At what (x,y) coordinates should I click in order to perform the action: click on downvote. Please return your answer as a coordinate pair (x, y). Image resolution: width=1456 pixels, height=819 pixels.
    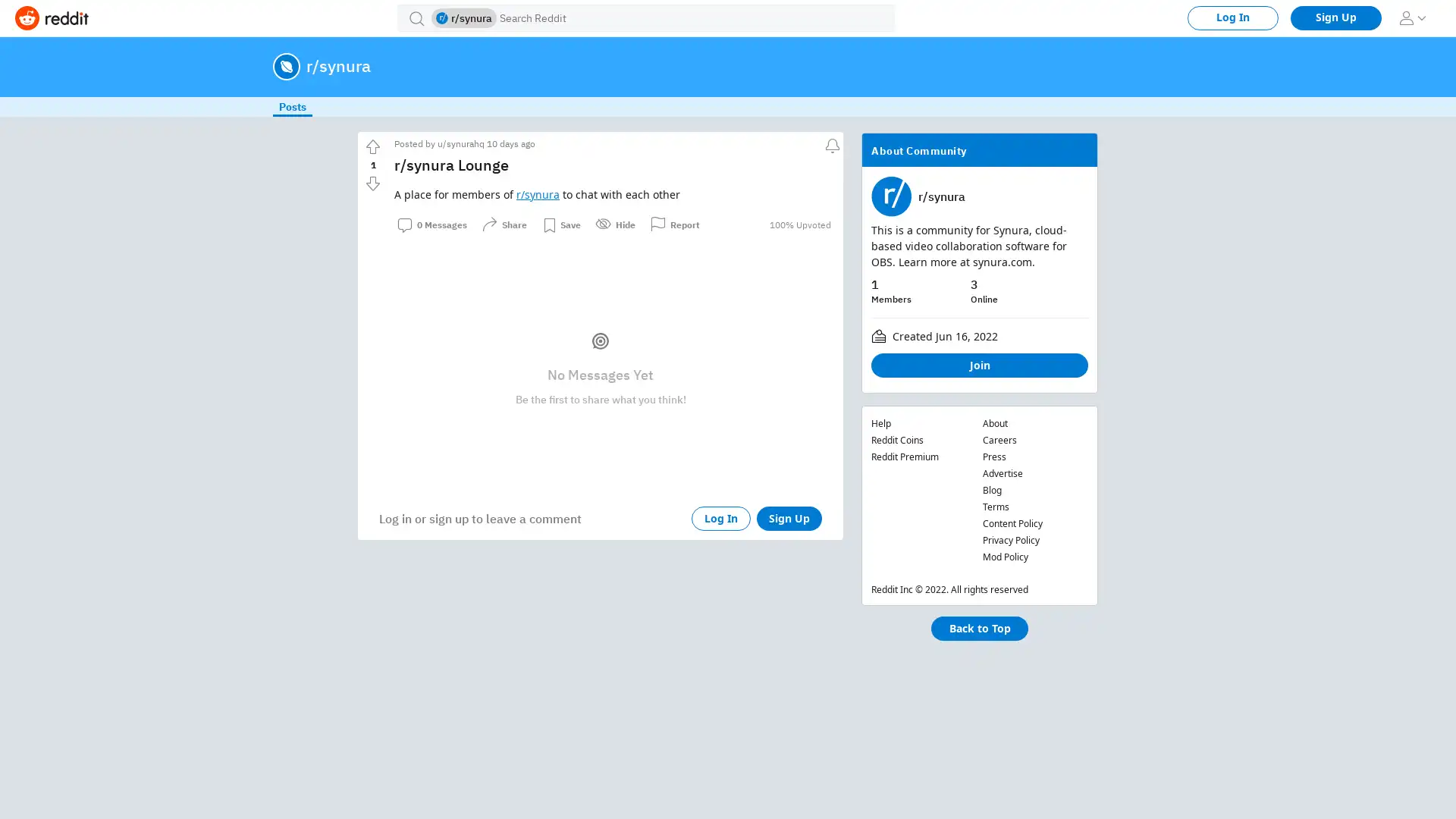
    Looking at the image, I should click on (372, 183).